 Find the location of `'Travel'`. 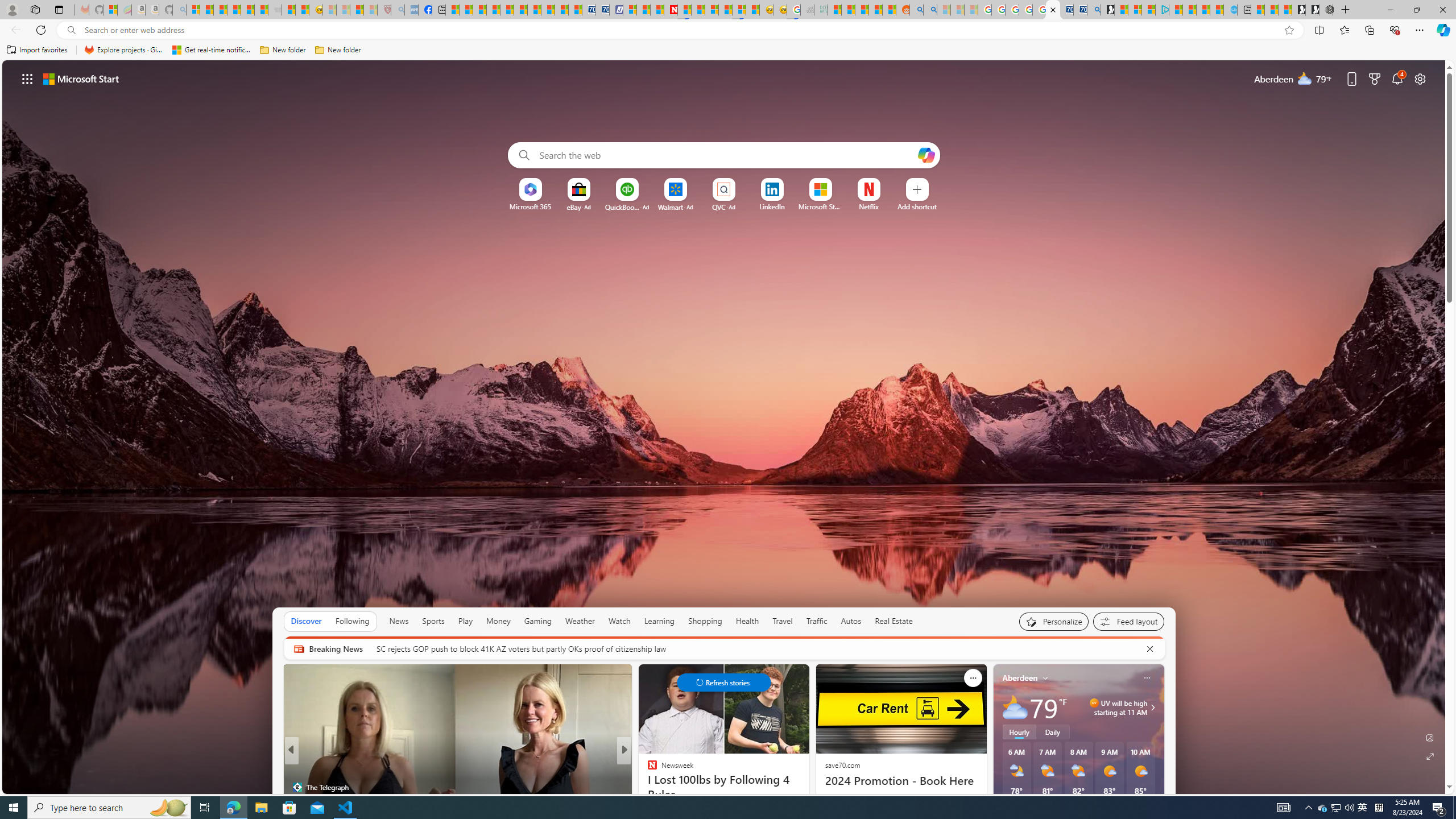

'Travel' is located at coordinates (782, 621).